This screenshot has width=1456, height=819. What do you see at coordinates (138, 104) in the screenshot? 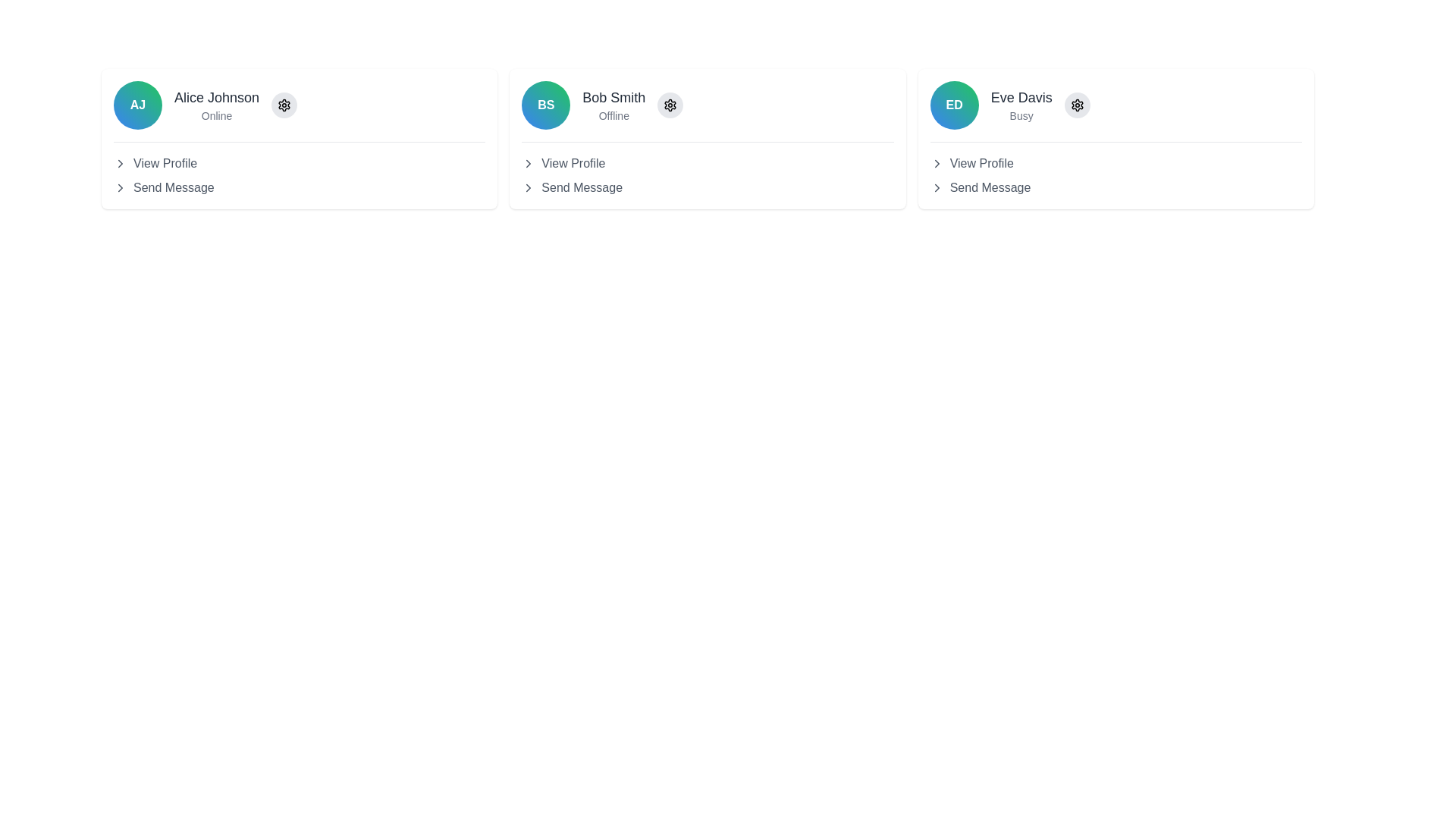
I see `the circular avatar displaying the initials 'AJ' in white bold text against a gradient background` at bounding box center [138, 104].